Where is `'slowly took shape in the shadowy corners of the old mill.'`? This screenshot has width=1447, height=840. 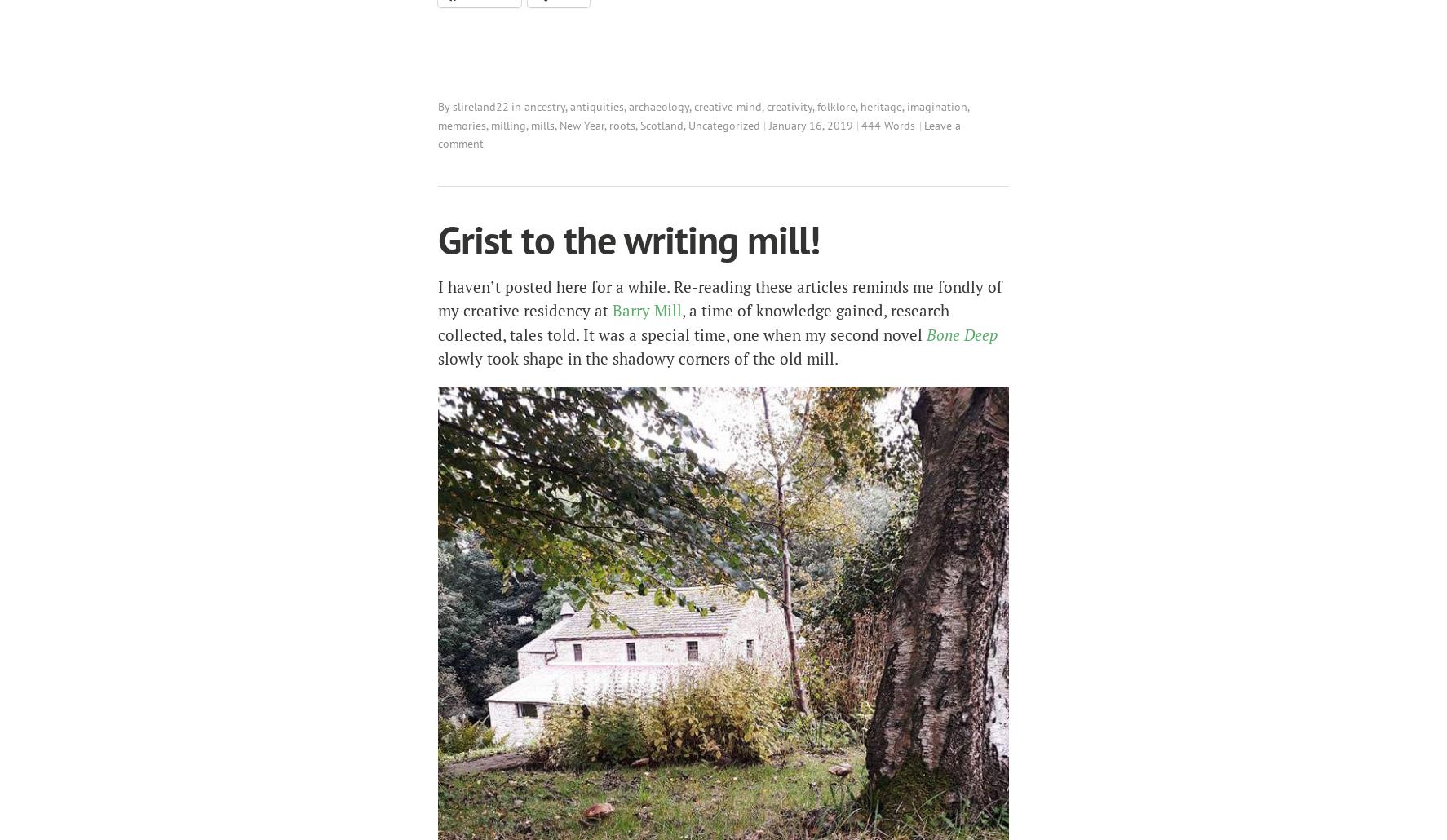
'slowly took shape in the shadowy corners of the old mill.' is located at coordinates (436, 357).